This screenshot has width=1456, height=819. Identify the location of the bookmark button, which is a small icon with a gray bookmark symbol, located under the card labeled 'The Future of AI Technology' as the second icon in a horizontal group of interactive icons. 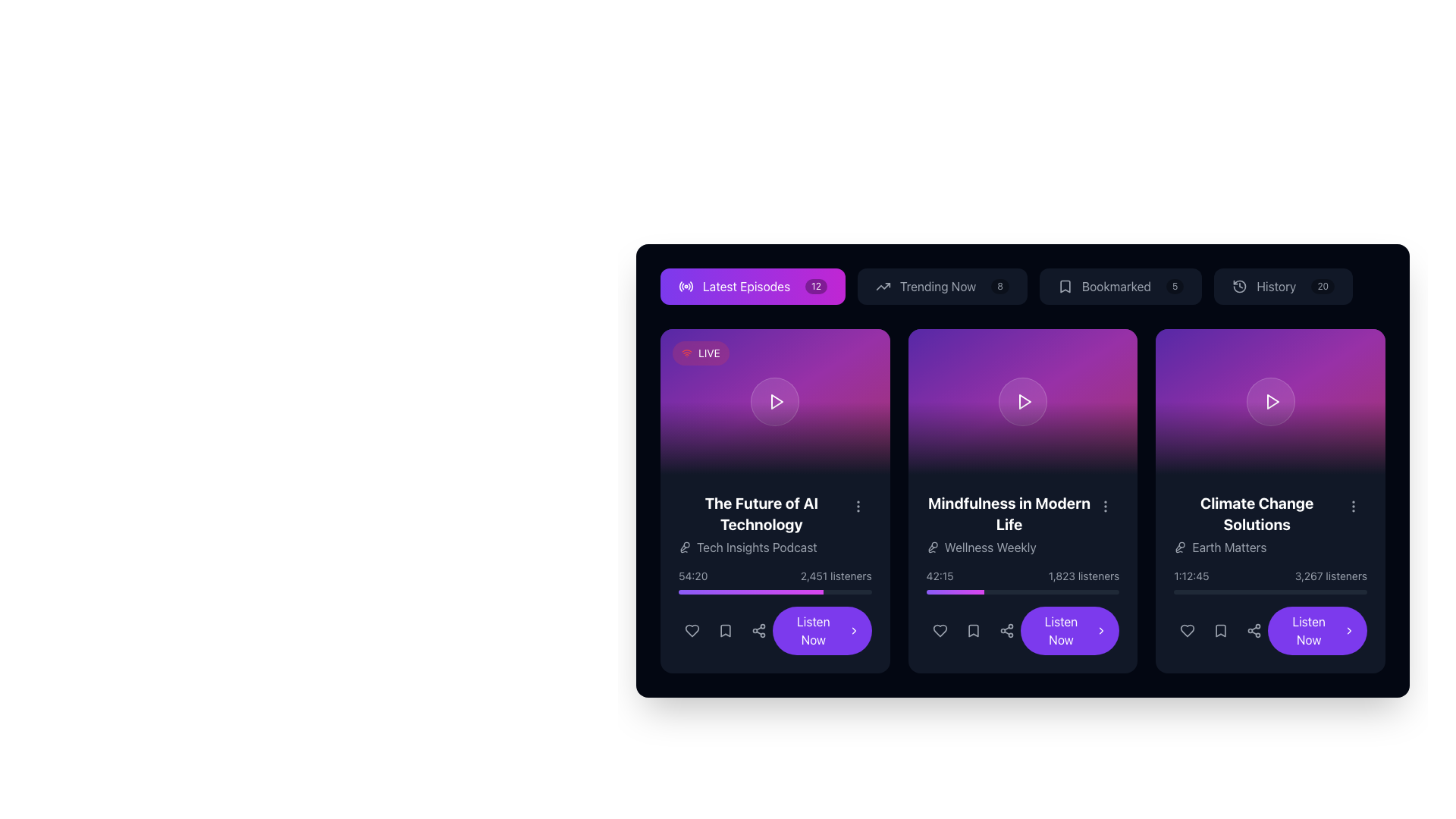
(724, 631).